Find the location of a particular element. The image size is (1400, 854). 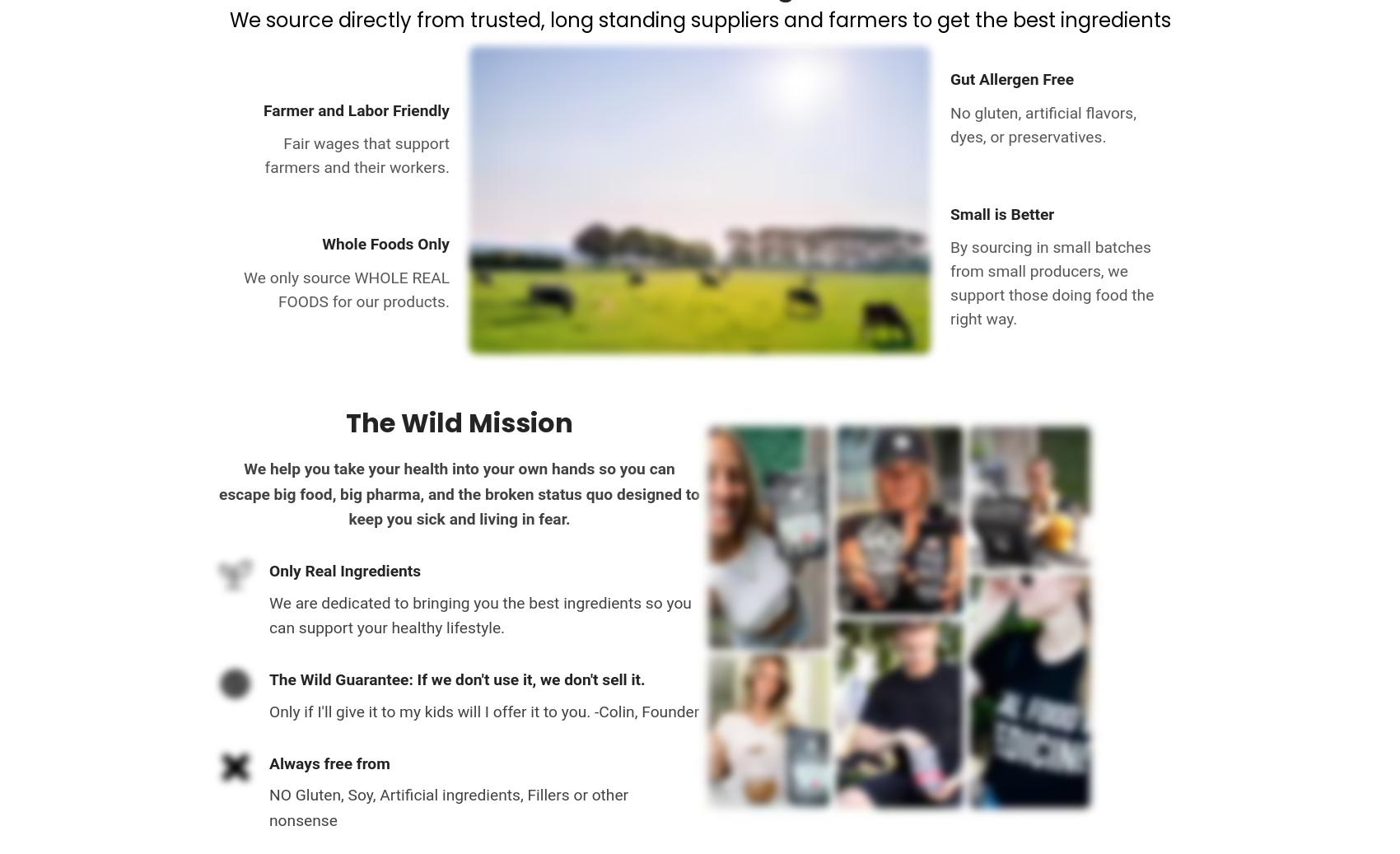

'Whole Foods Only' is located at coordinates (385, 242).